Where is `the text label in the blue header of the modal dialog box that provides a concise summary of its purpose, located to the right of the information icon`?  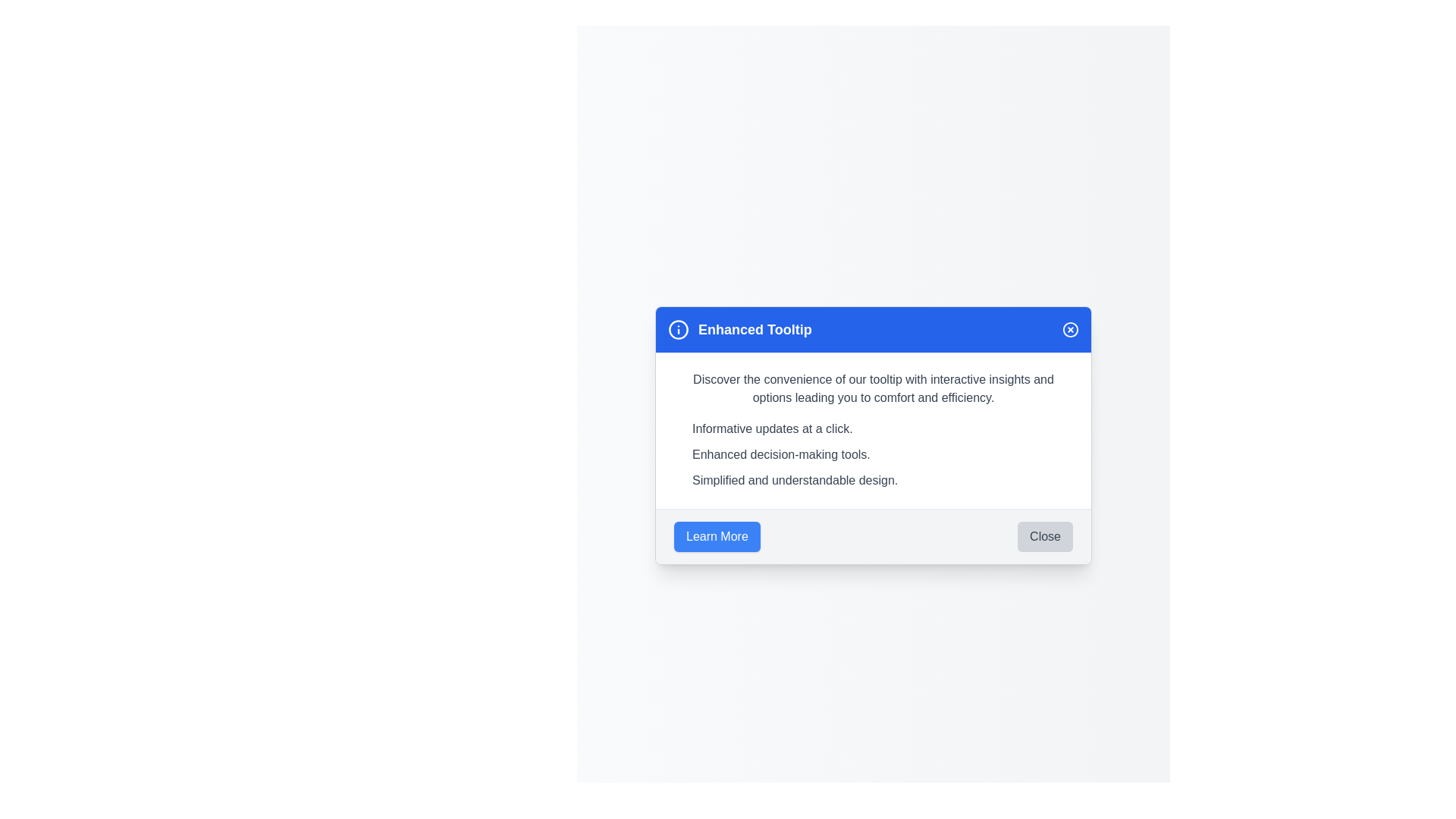
the text label in the blue header of the modal dialog box that provides a concise summary of its purpose, located to the right of the information icon is located at coordinates (755, 328).